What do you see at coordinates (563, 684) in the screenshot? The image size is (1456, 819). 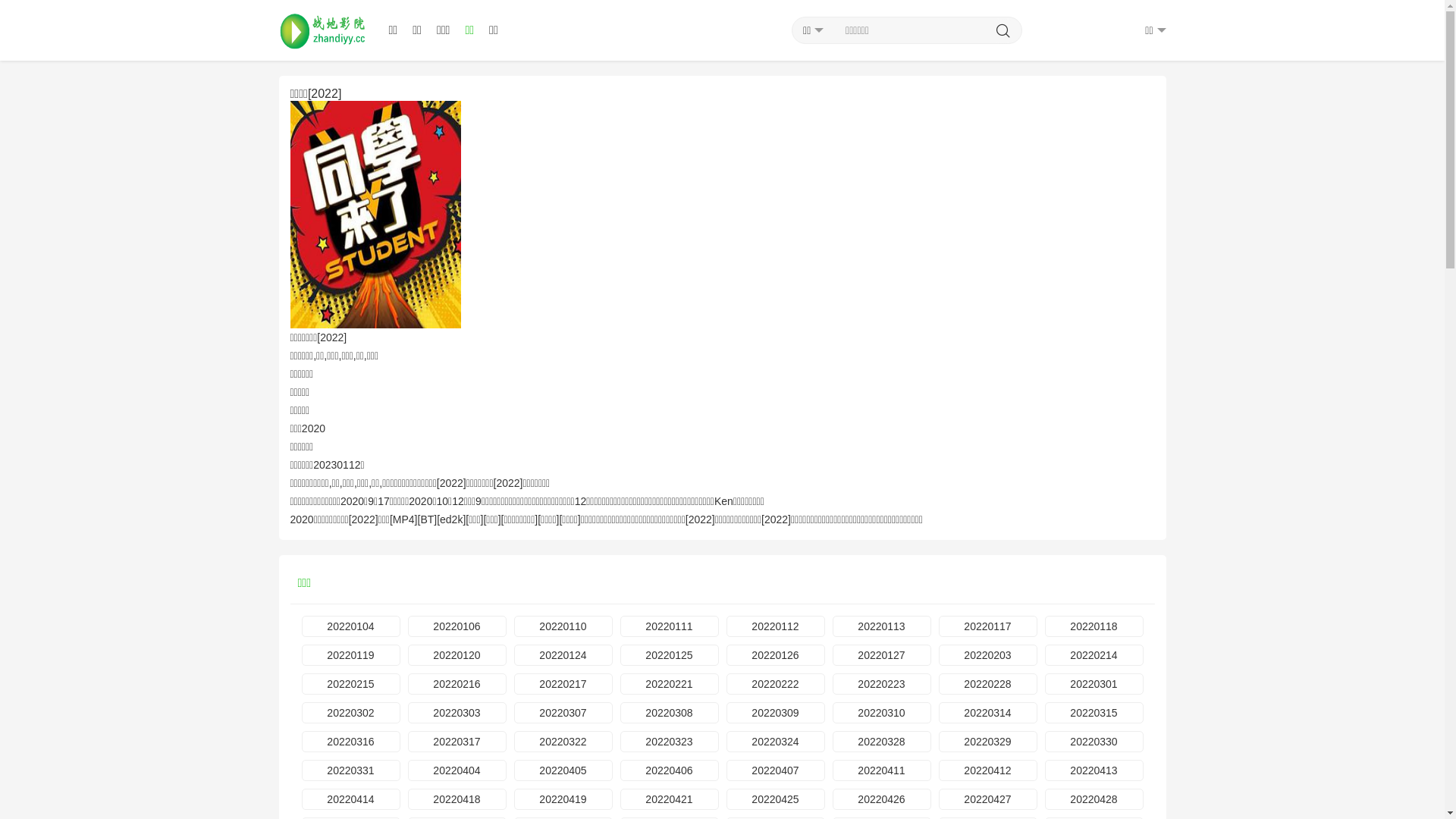 I see `'20220217'` at bounding box center [563, 684].